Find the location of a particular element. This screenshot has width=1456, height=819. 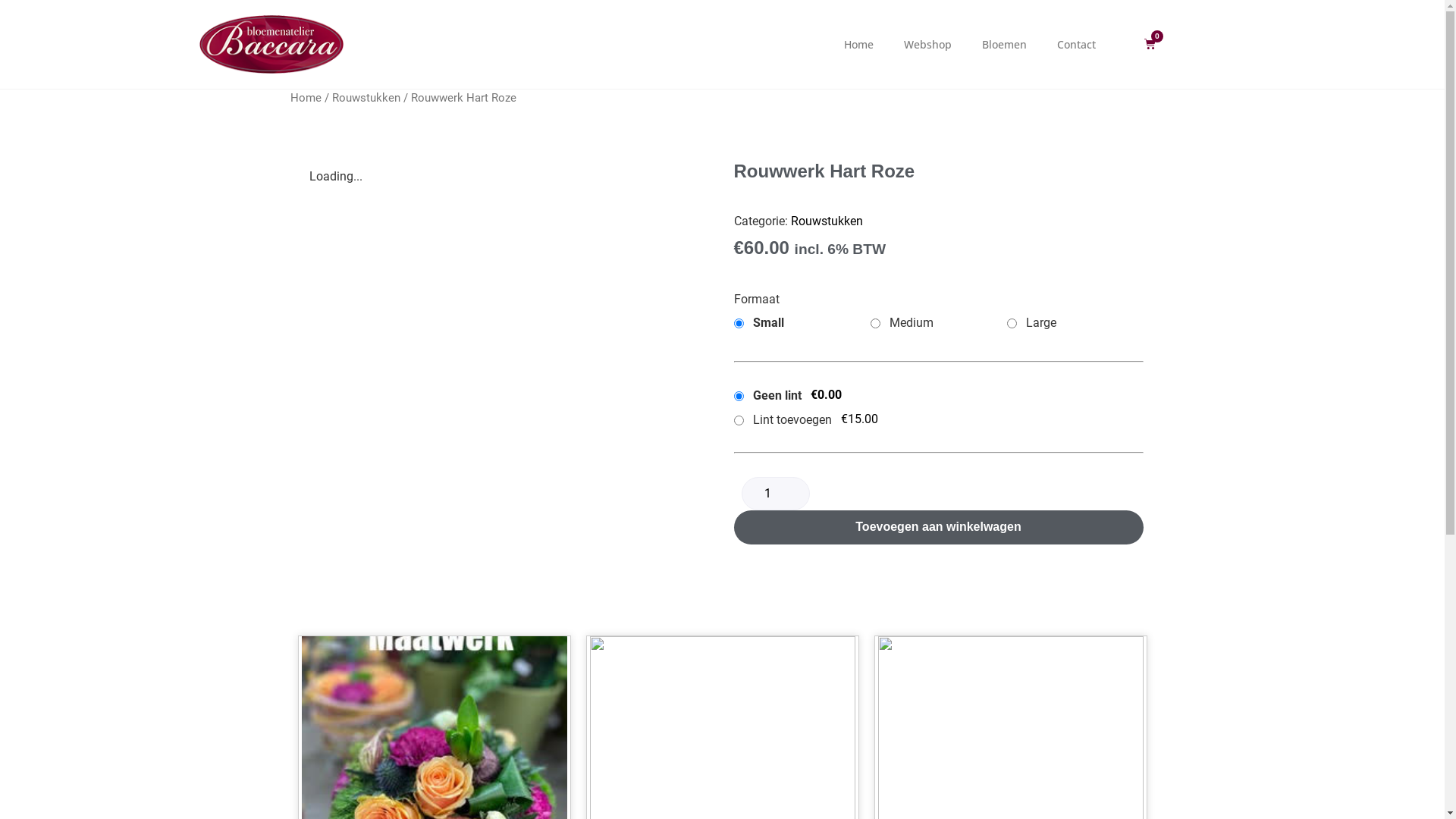

'Home' is located at coordinates (858, 43).